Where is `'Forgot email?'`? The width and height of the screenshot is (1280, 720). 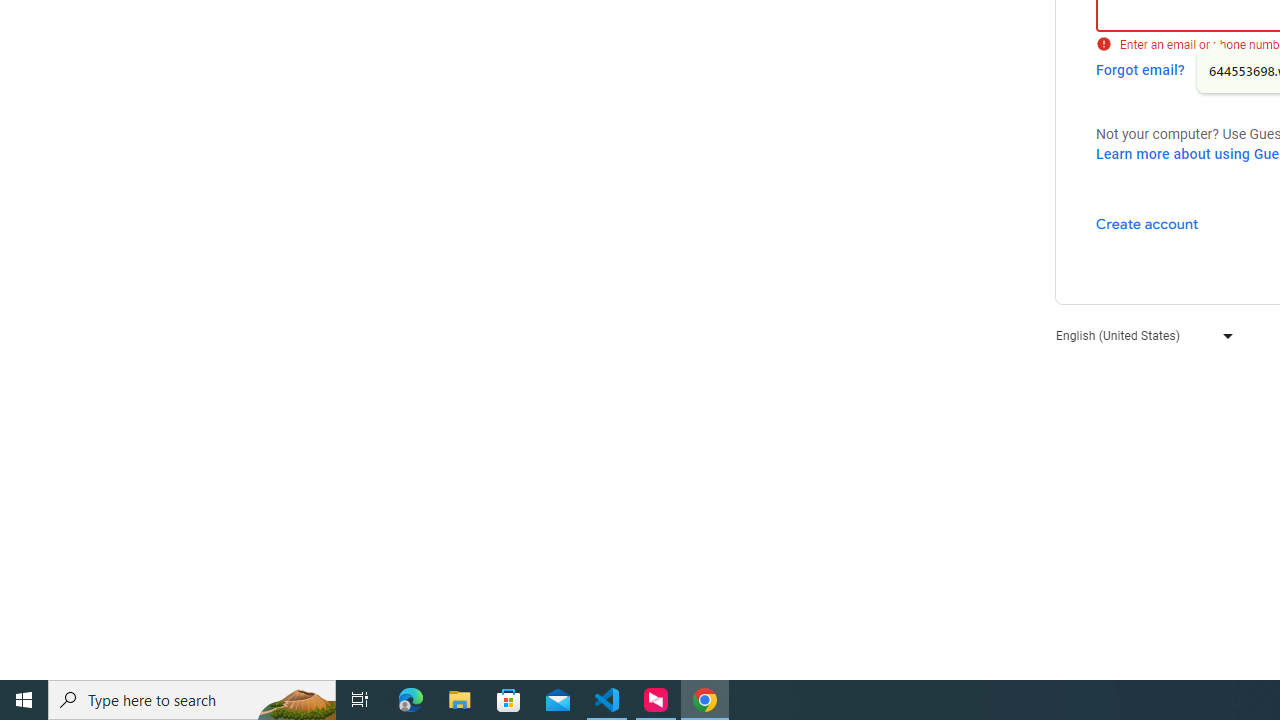
'Forgot email?' is located at coordinates (1140, 68).